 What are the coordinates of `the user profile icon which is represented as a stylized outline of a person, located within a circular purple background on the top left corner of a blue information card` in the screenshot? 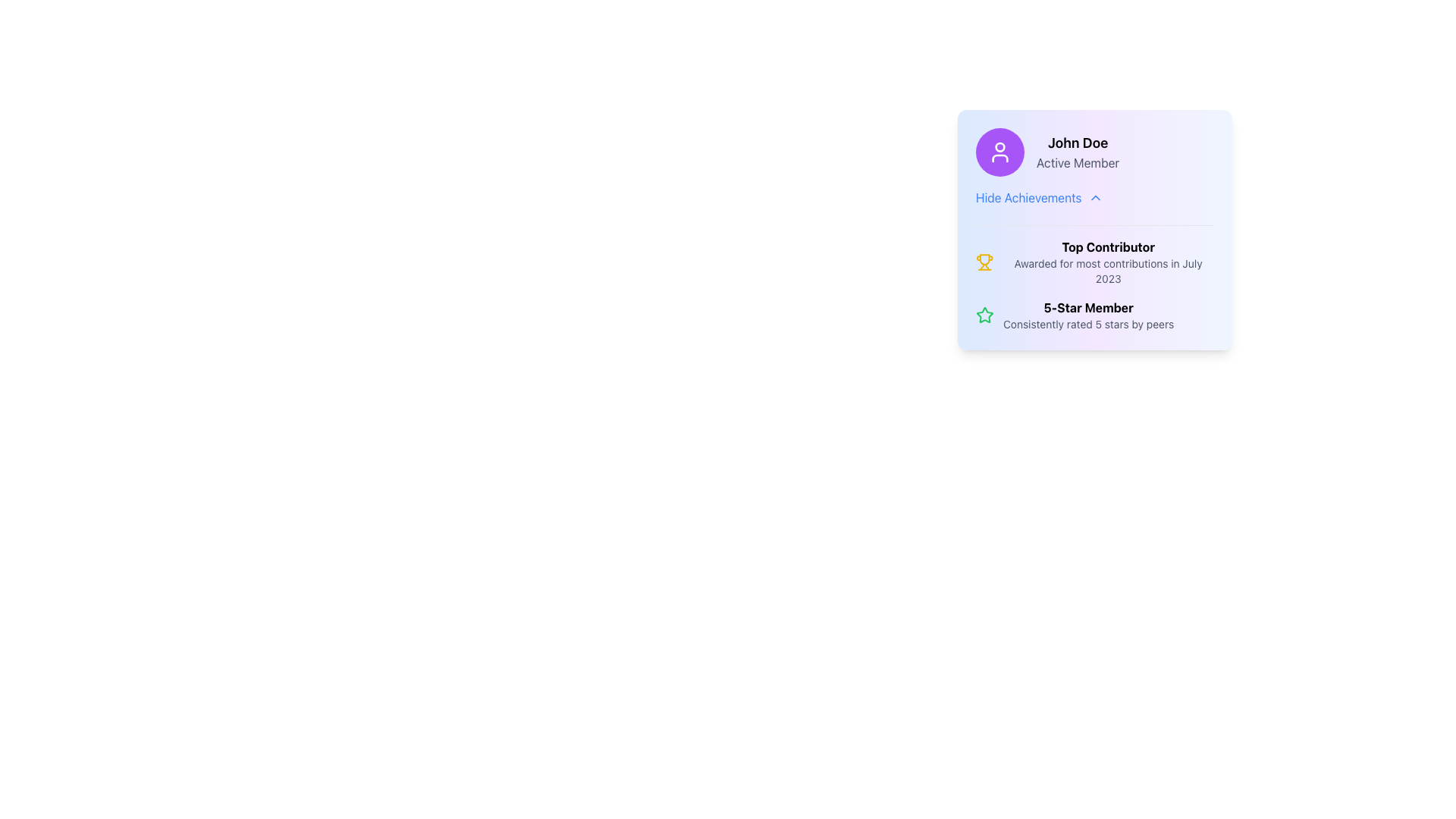 It's located at (1000, 152).